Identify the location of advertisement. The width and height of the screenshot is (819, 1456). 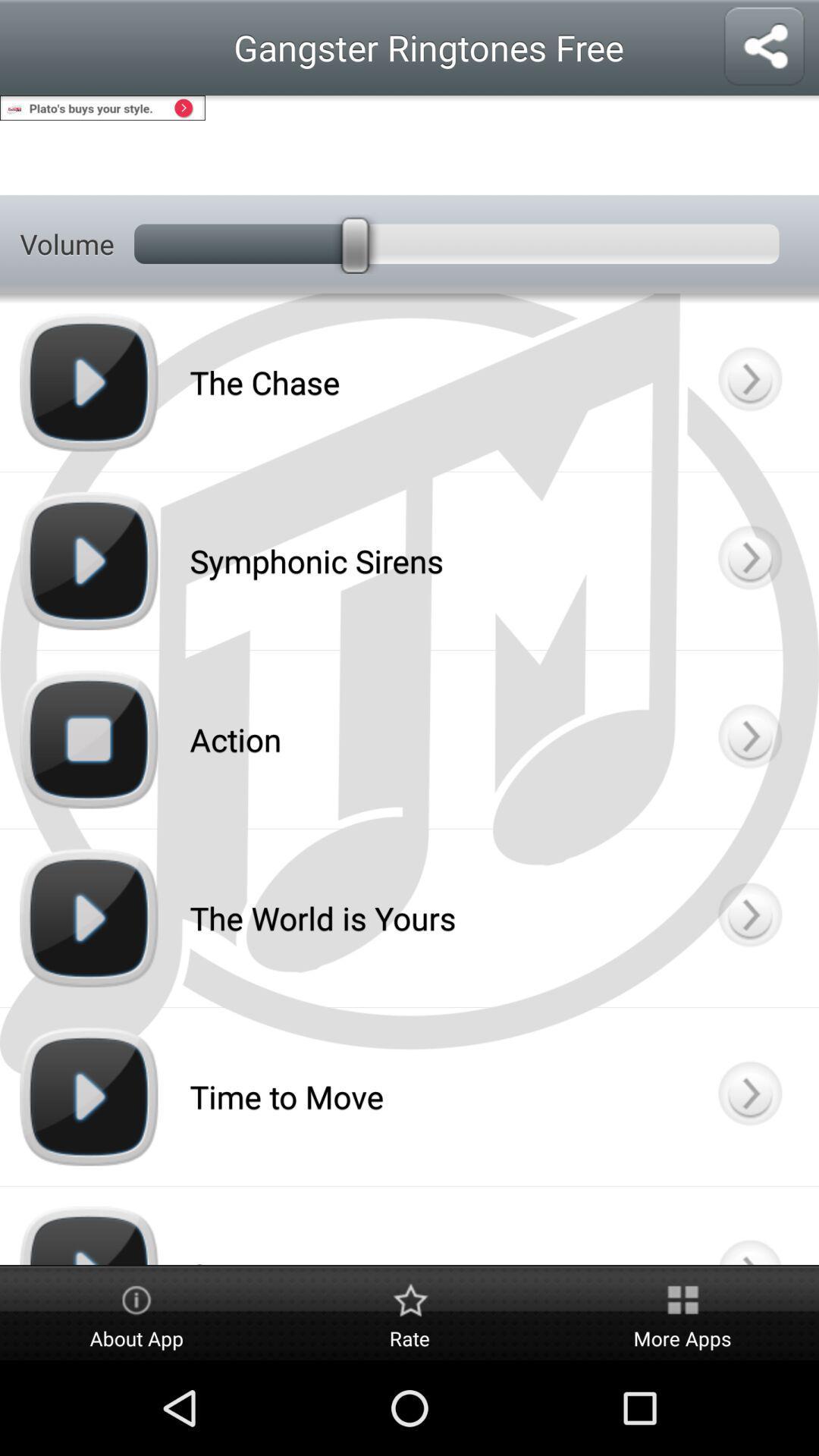
(409, 145).